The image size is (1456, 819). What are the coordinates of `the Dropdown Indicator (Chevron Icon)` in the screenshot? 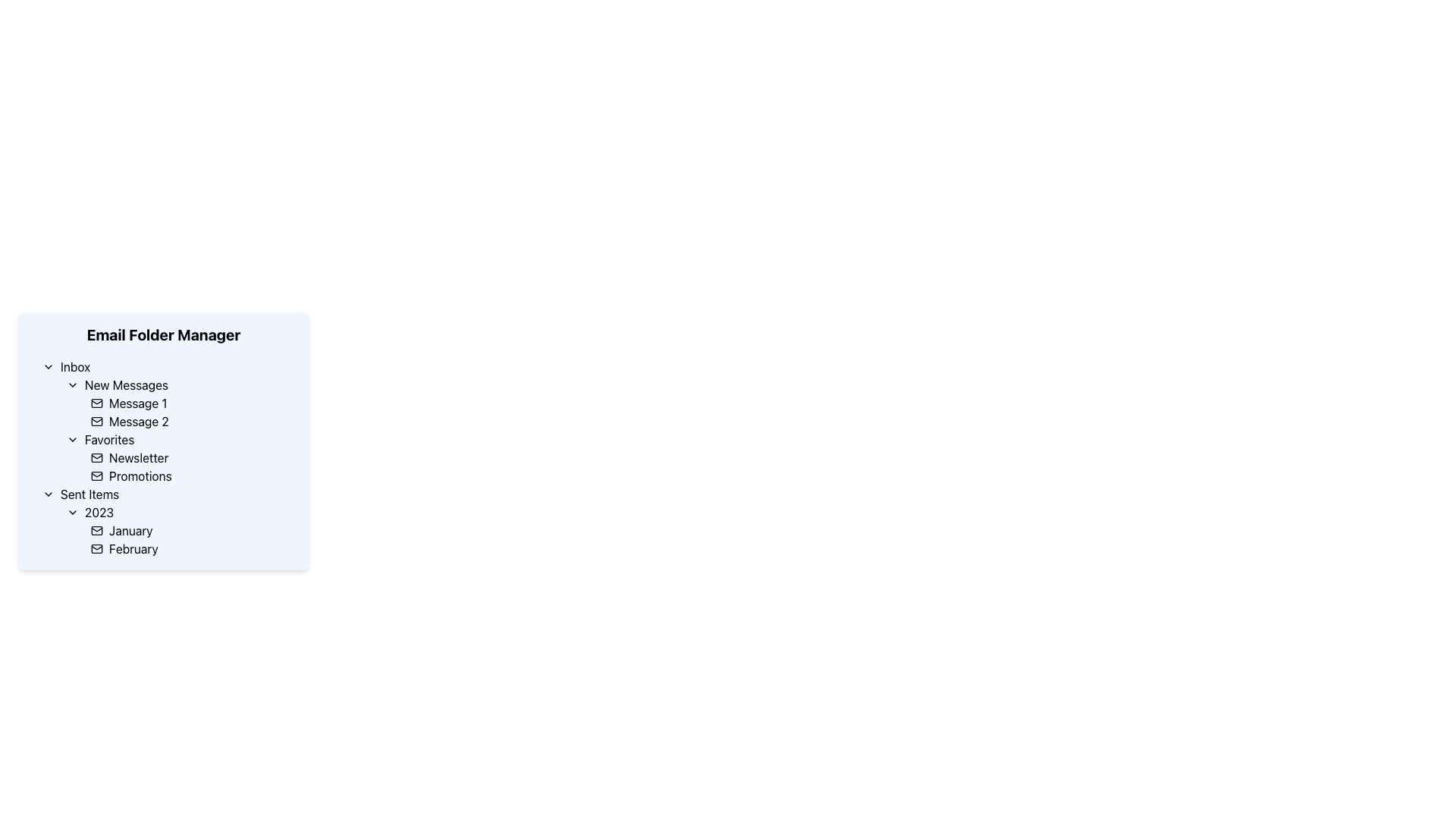 It's located at (72, 384).